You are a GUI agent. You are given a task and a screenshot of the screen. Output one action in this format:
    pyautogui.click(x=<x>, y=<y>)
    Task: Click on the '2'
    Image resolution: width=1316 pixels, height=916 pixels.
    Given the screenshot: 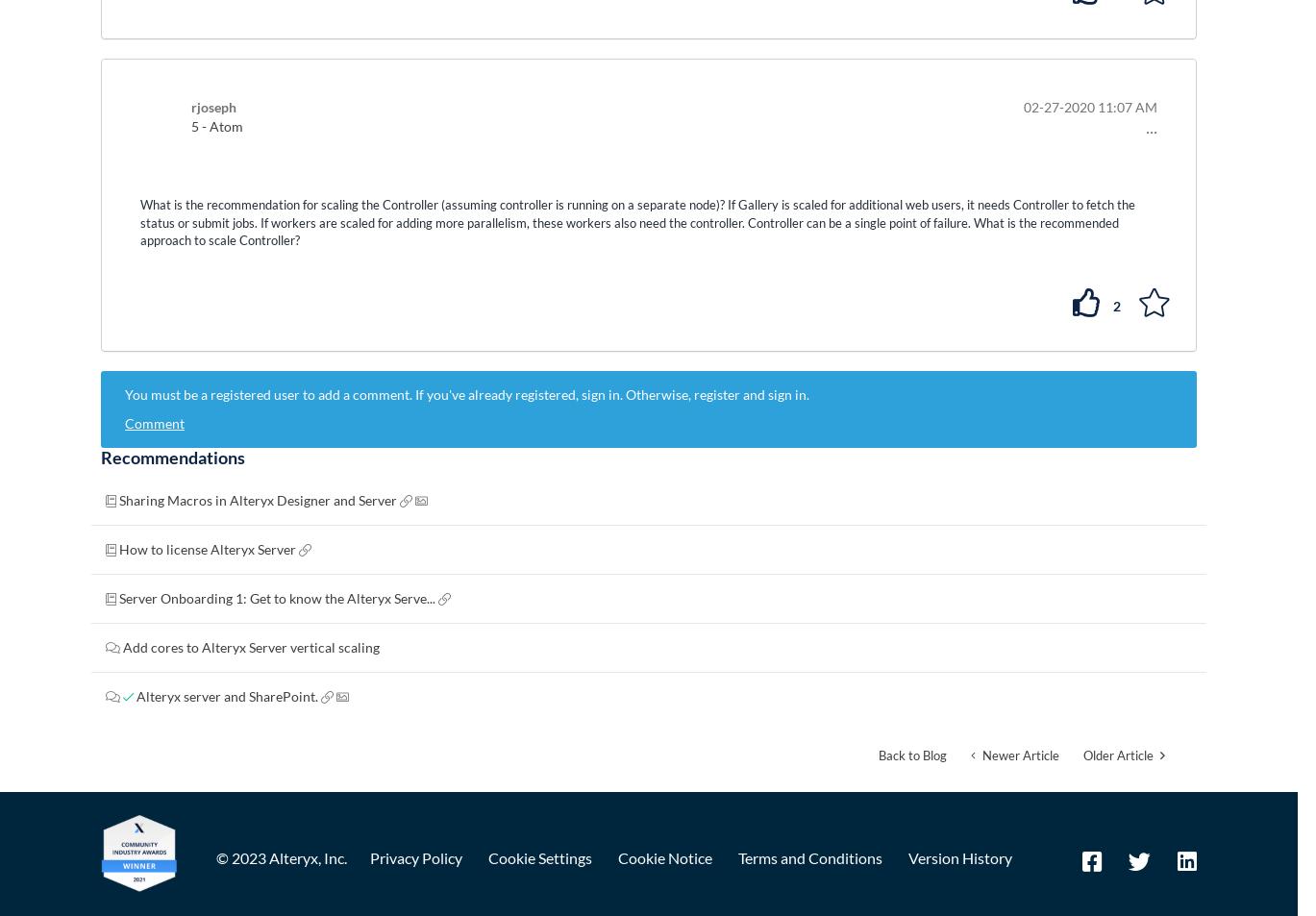 What is the action you would take?
    pyautogui.click(x=1112, y=304)
    